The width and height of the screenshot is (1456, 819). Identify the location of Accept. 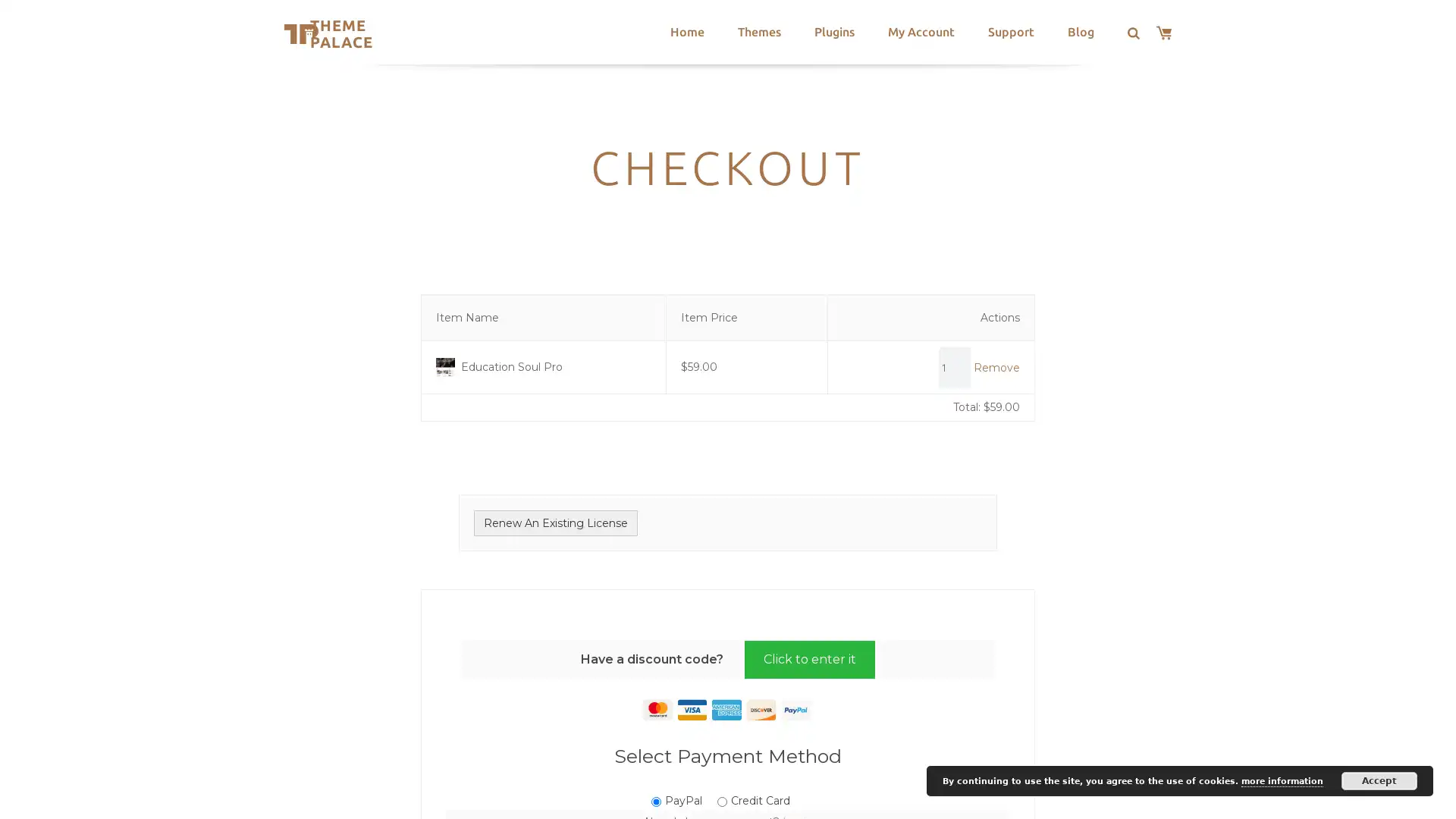
(1379, 780).